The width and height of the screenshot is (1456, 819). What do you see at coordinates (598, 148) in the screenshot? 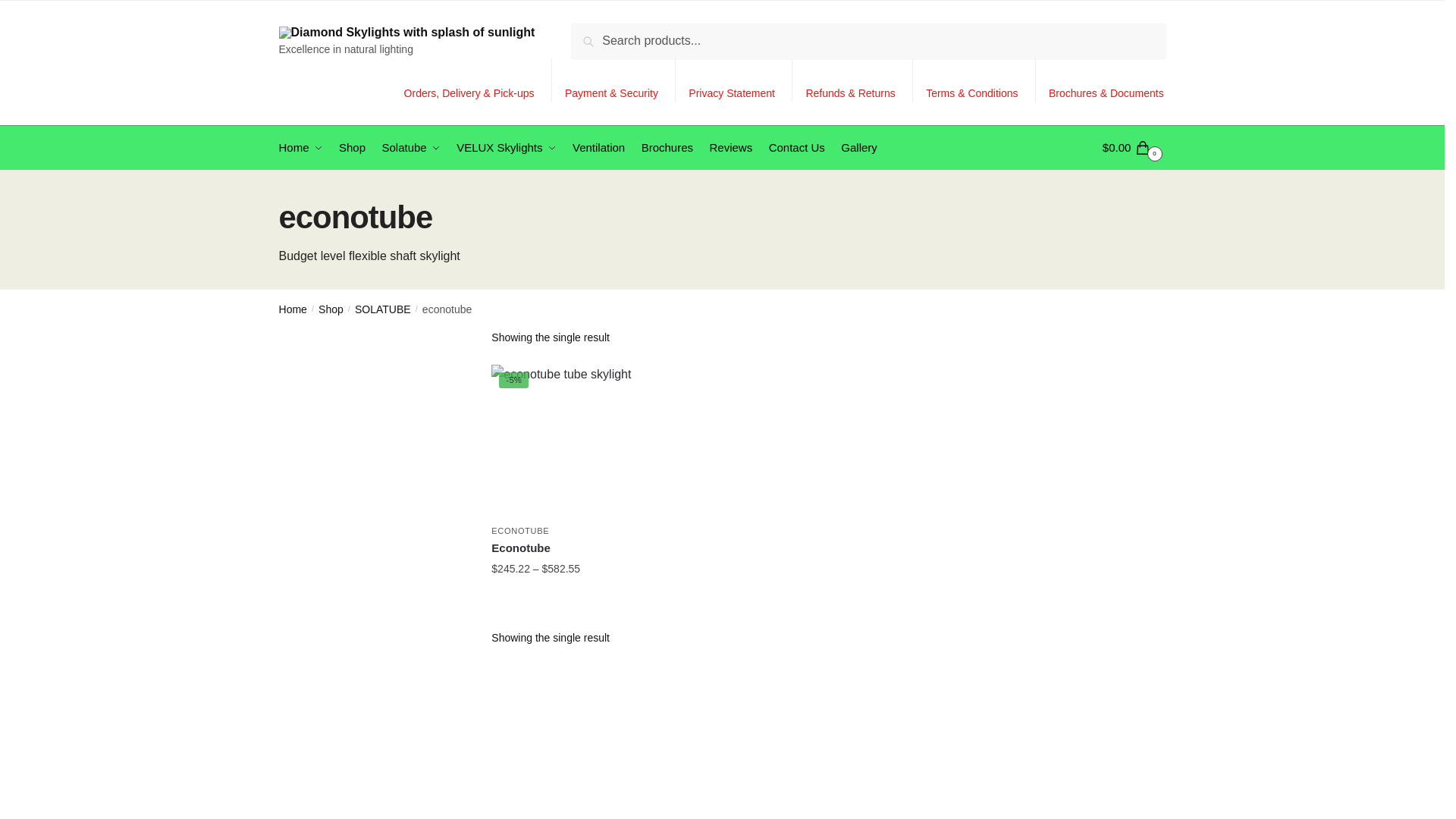
I see `'Ventilation'` at bounding box center [598, 148].